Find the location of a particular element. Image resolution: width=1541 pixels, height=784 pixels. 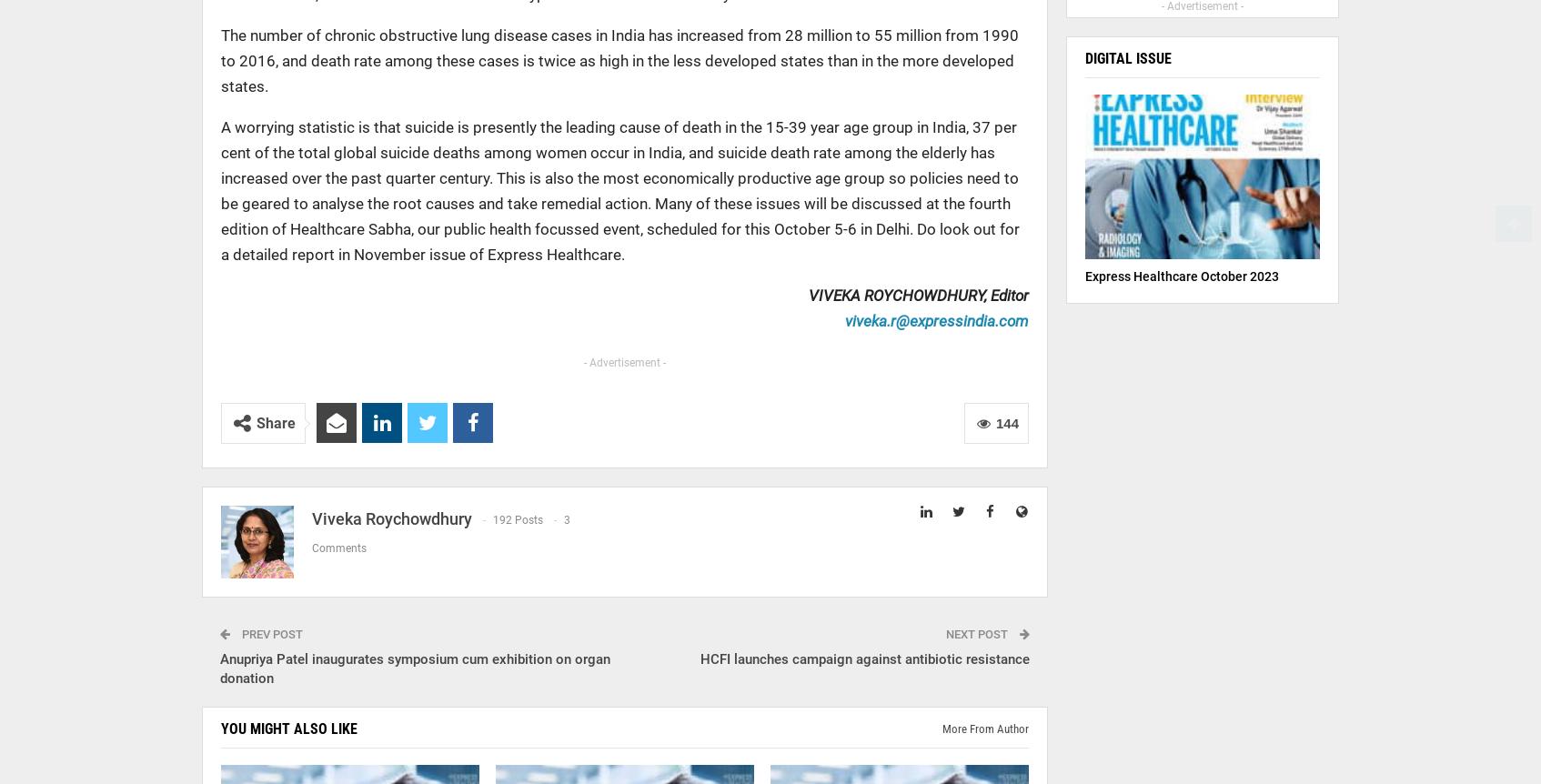

'VIVEKA ROYCHOWDHURY, Editor' is located at coordinates (916, 295).